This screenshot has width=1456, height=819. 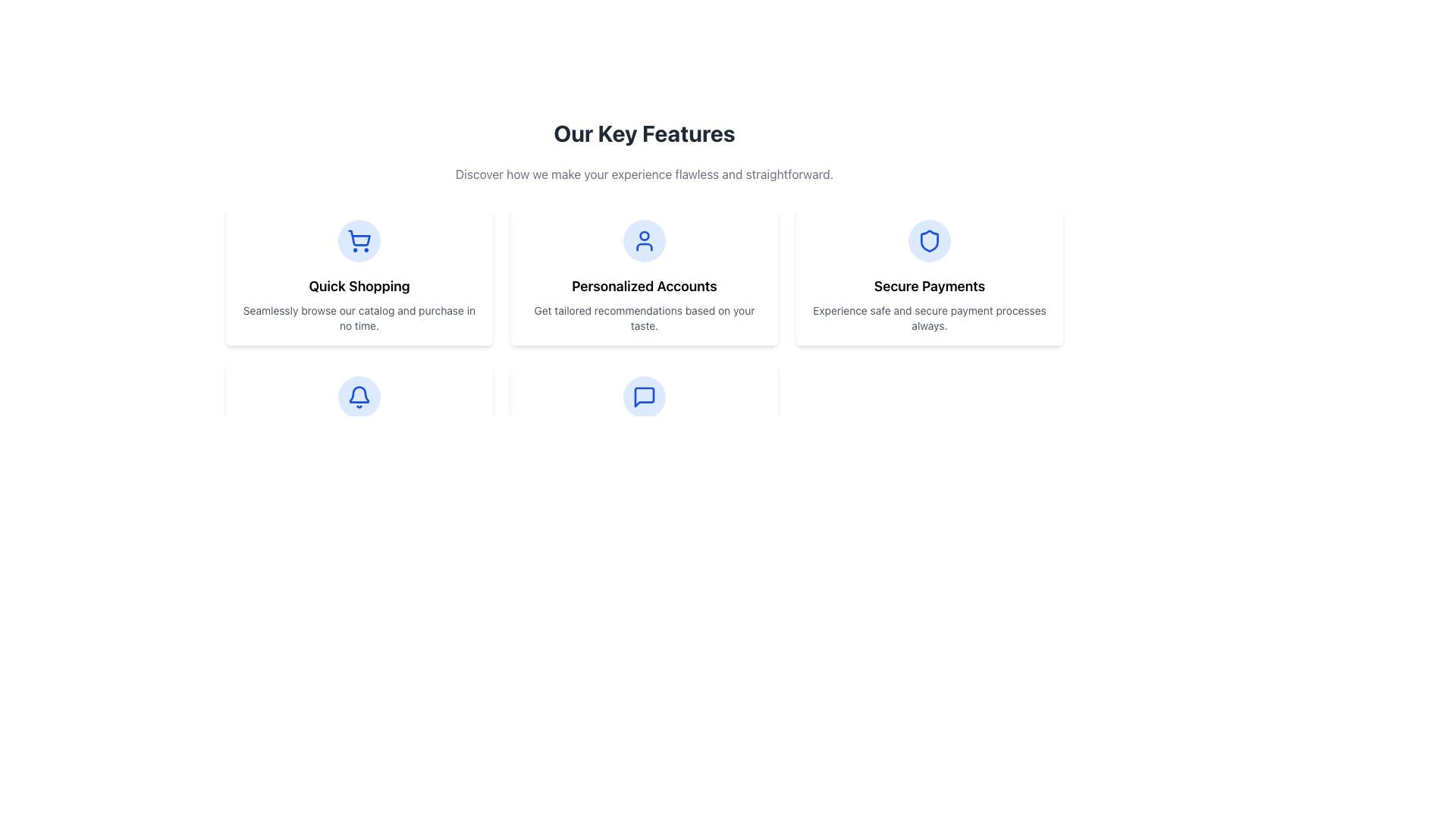 What do you see at coordinates (928, 240) in the screenshot?
I see `the secure payments icon located in the top-center of the white card that contains the title 'Secure Payments'` at bounding box center [928, 240].